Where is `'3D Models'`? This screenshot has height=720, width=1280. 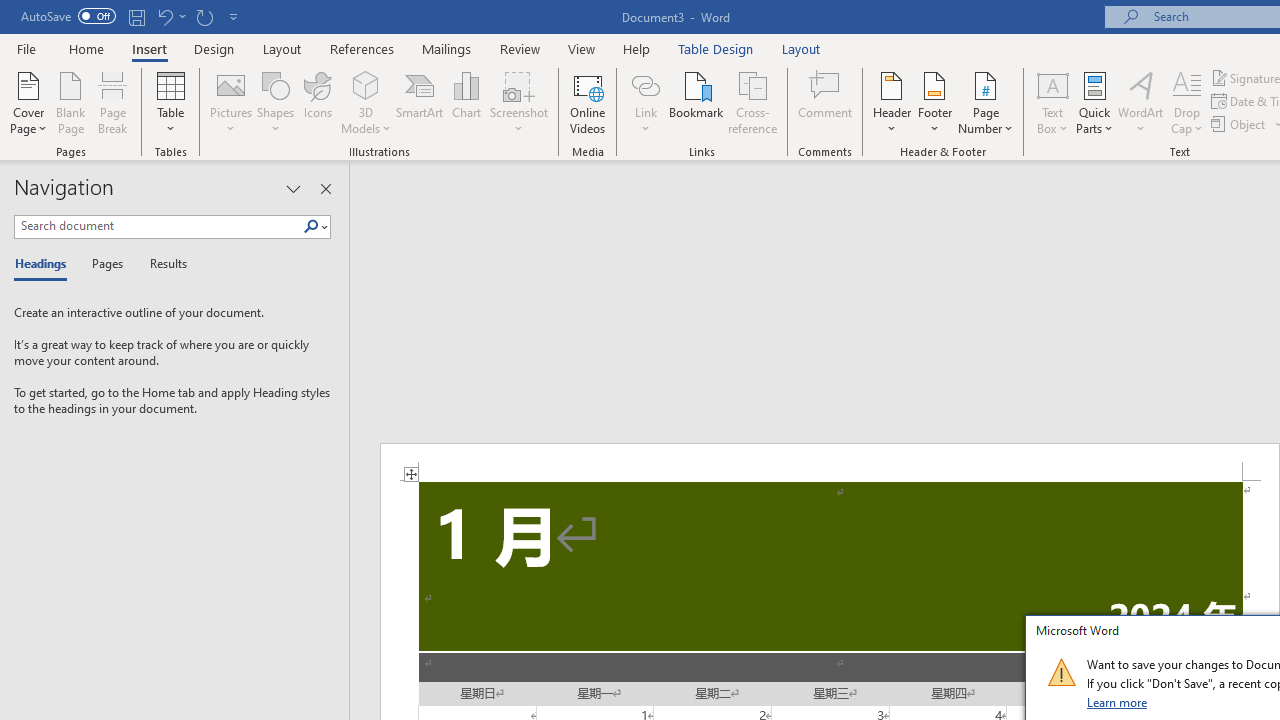 '3D Models' is located at coordinates (366, 103).